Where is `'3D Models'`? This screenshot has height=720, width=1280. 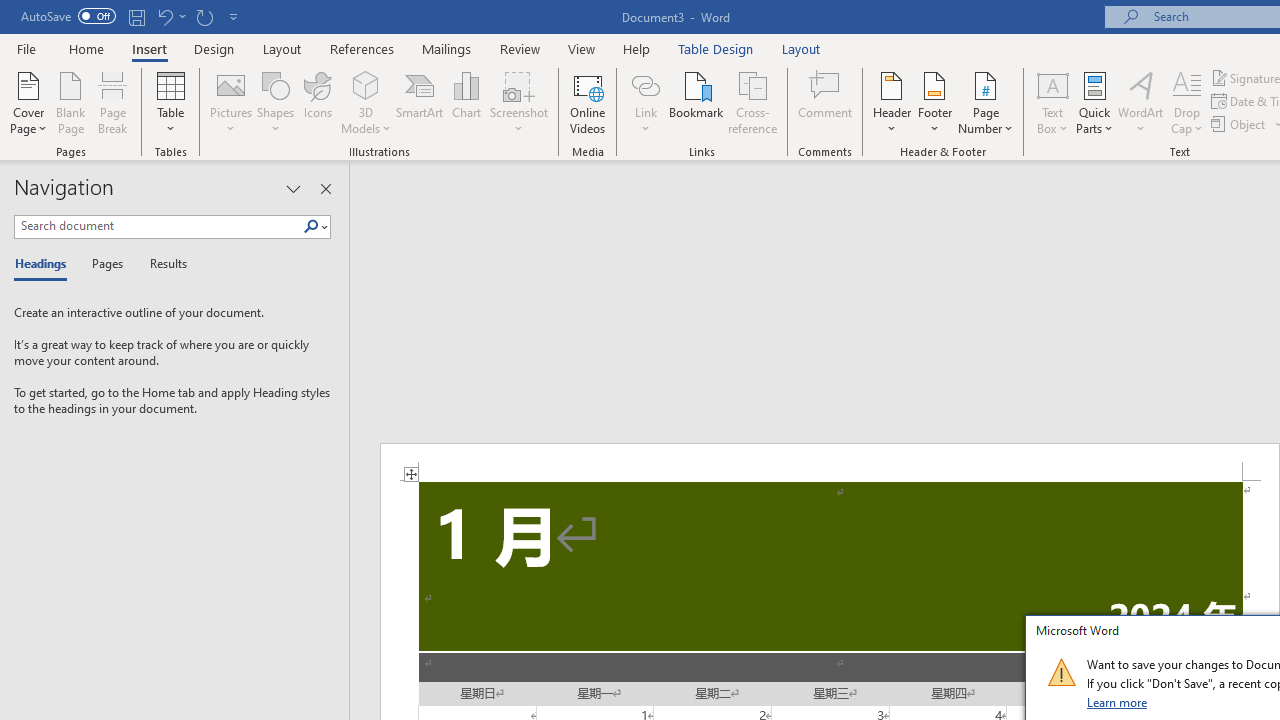 '3D Models' is located at coordinates (366, 103).